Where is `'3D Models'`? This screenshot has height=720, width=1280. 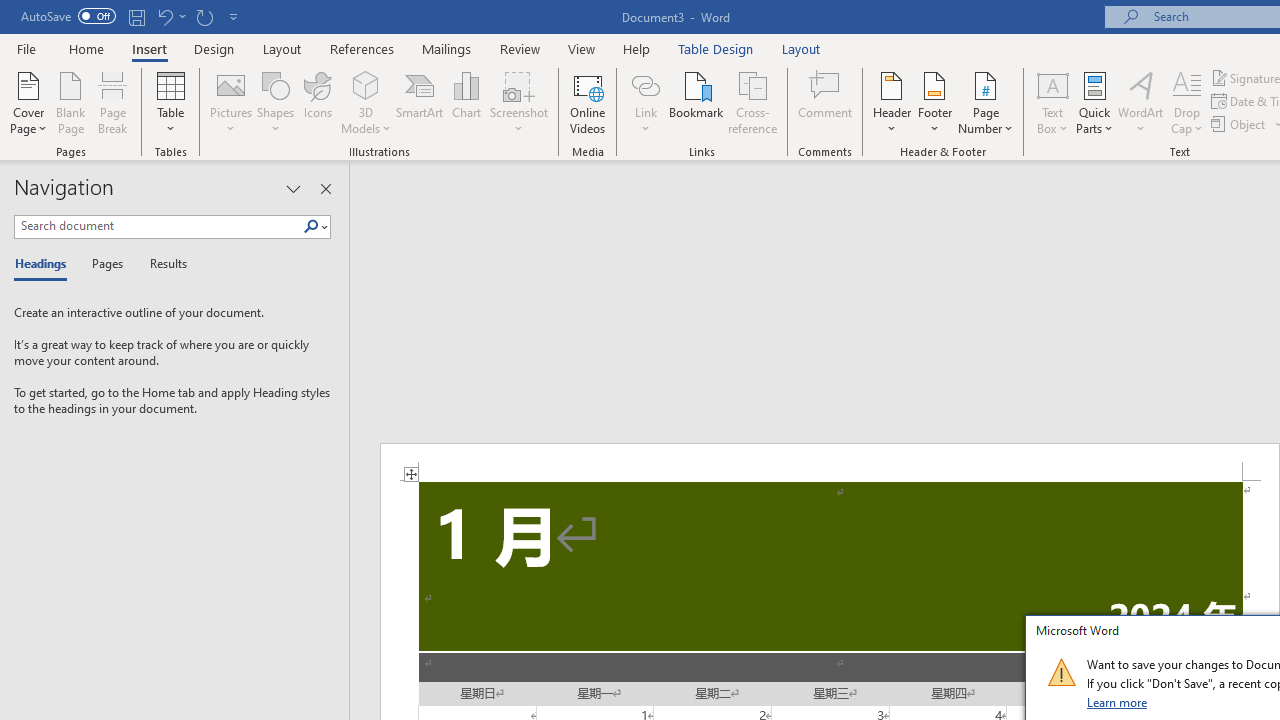 '3D Models' is located at coordinates (366, 103).